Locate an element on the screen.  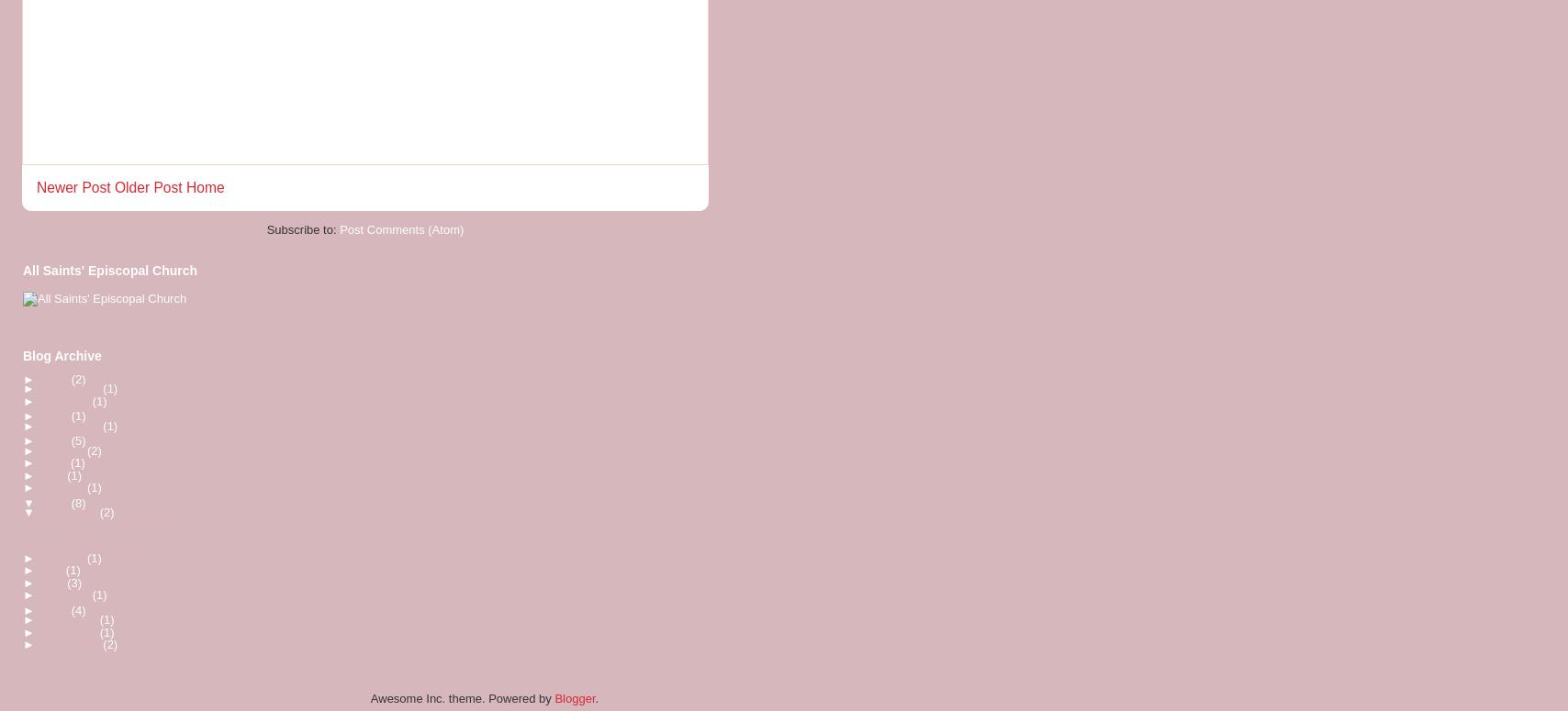
'Awesome Inc. theme. Powered by' is located at coordinates (462, 696).